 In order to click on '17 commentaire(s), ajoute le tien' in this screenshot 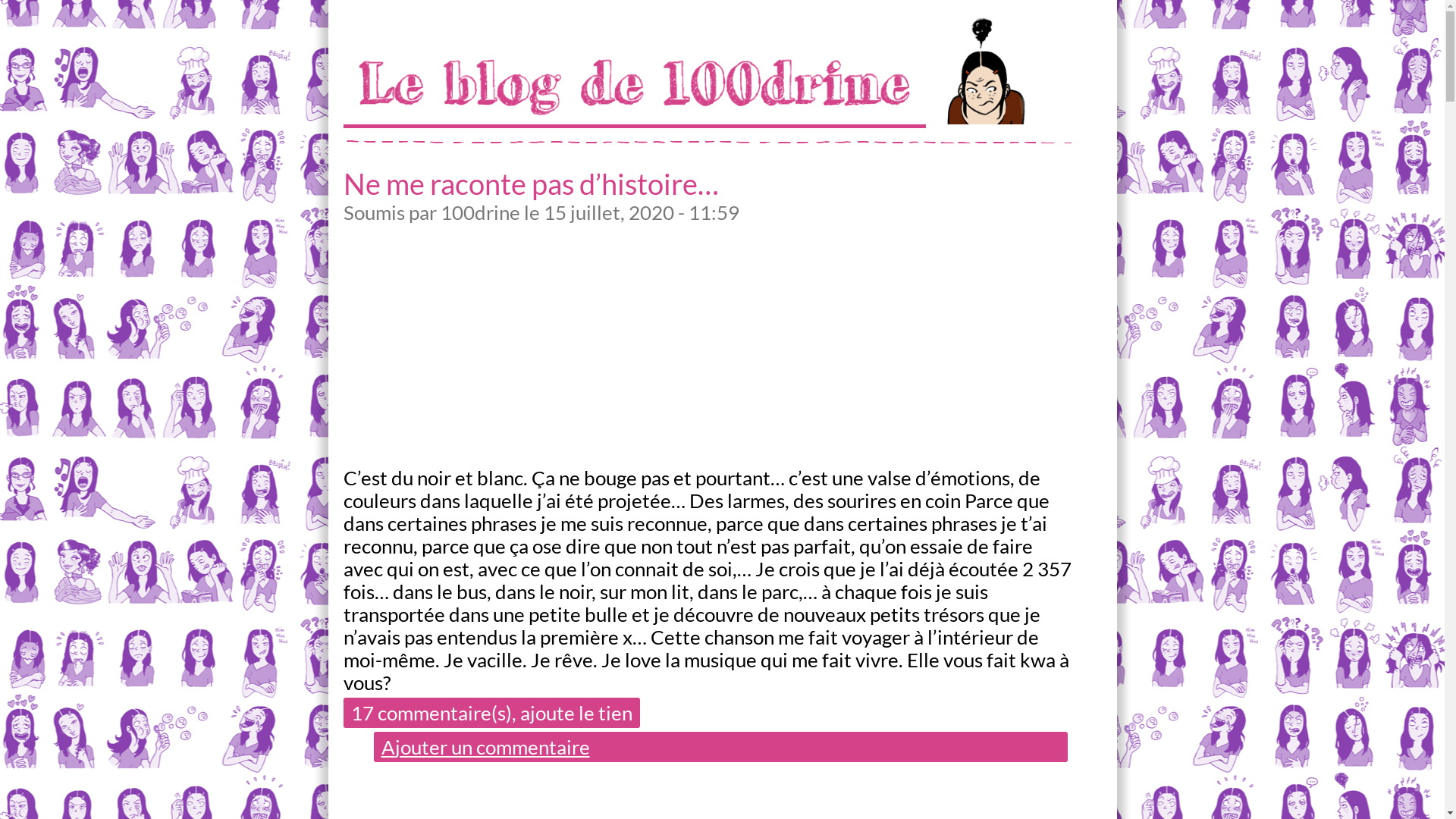, I will do `click(491, 713)`.